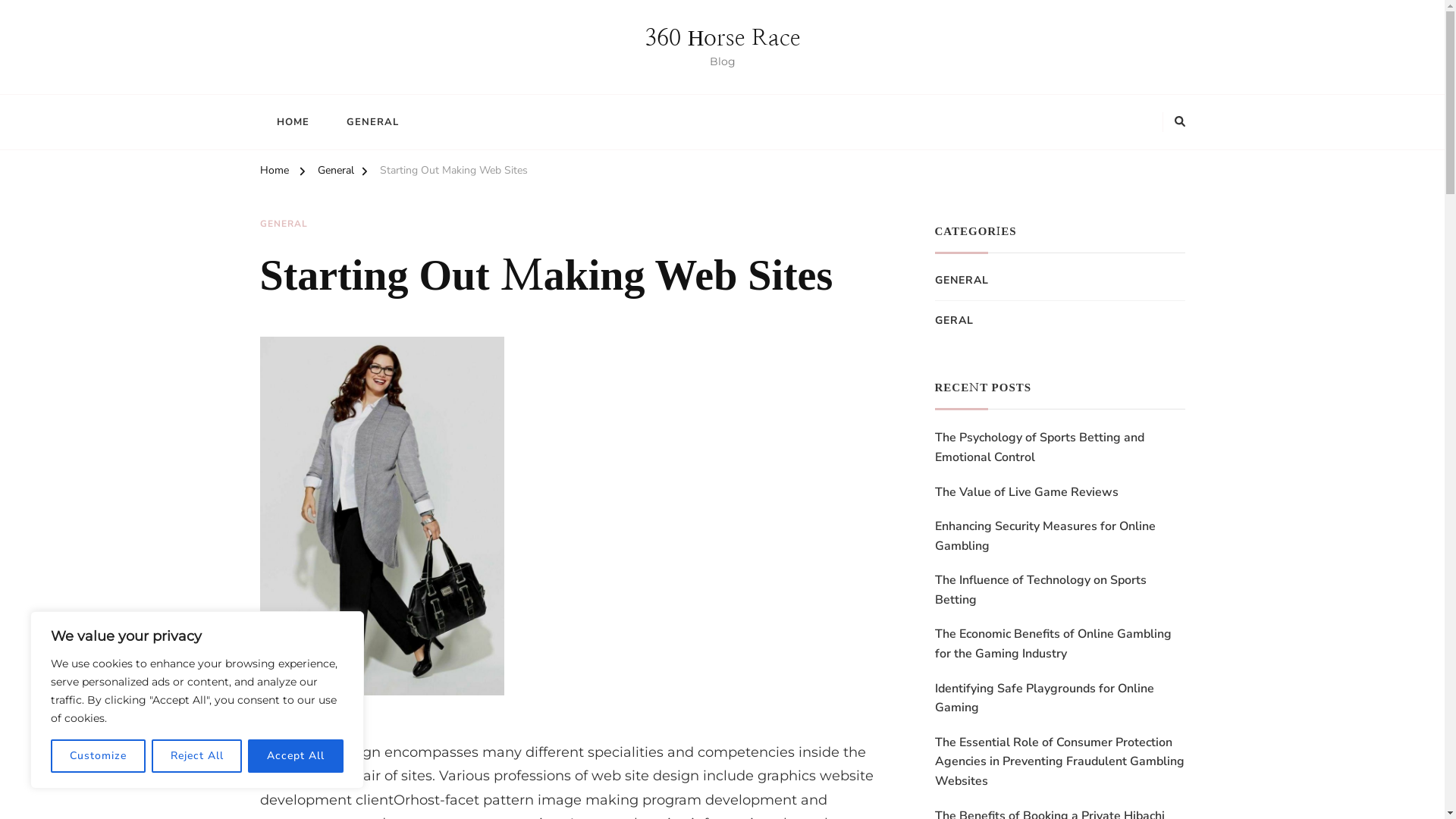  What do you see at coordinates (196, 755) in the screenshot?
I see `'Reject All'` at bounding box center [196, 755].